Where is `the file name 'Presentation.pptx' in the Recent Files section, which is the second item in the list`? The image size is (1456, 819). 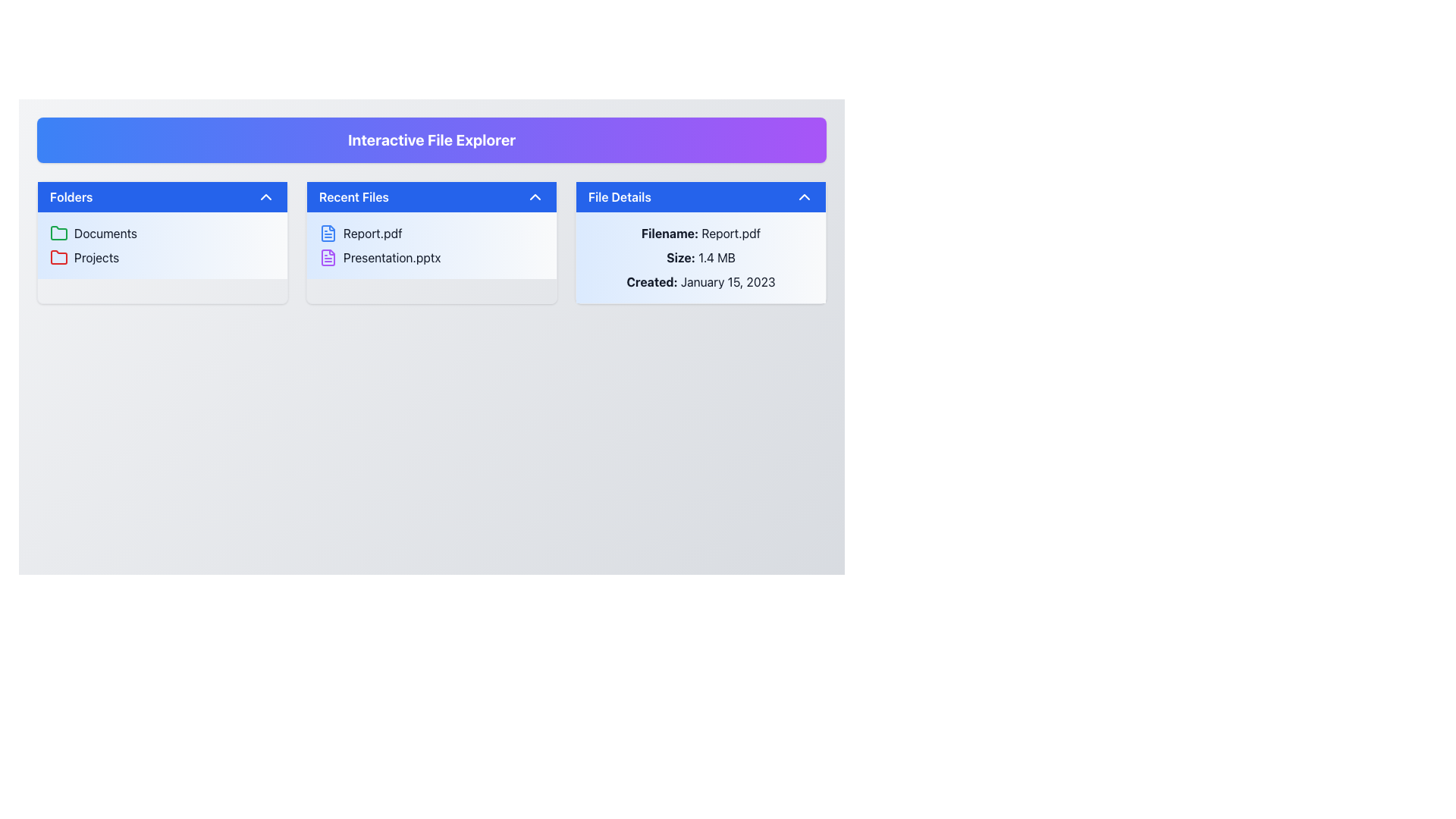 the file name 'Presentation.pptx' in the Recent Files section, which is the second item in the list is located at coordinates (431, 245).